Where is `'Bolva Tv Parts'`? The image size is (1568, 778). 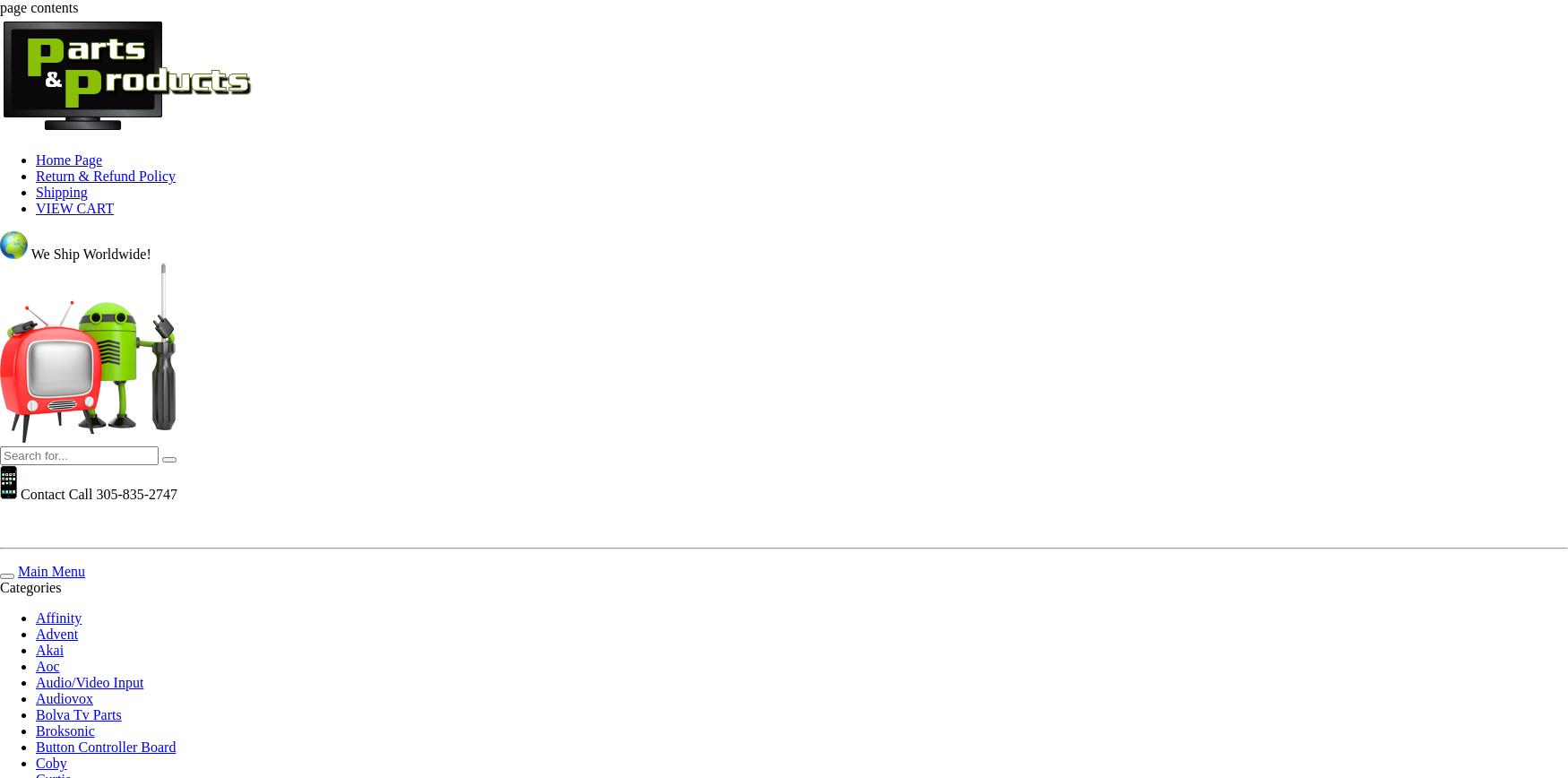 'Bolva Tv Parts' is located at coordinates (78, 714).